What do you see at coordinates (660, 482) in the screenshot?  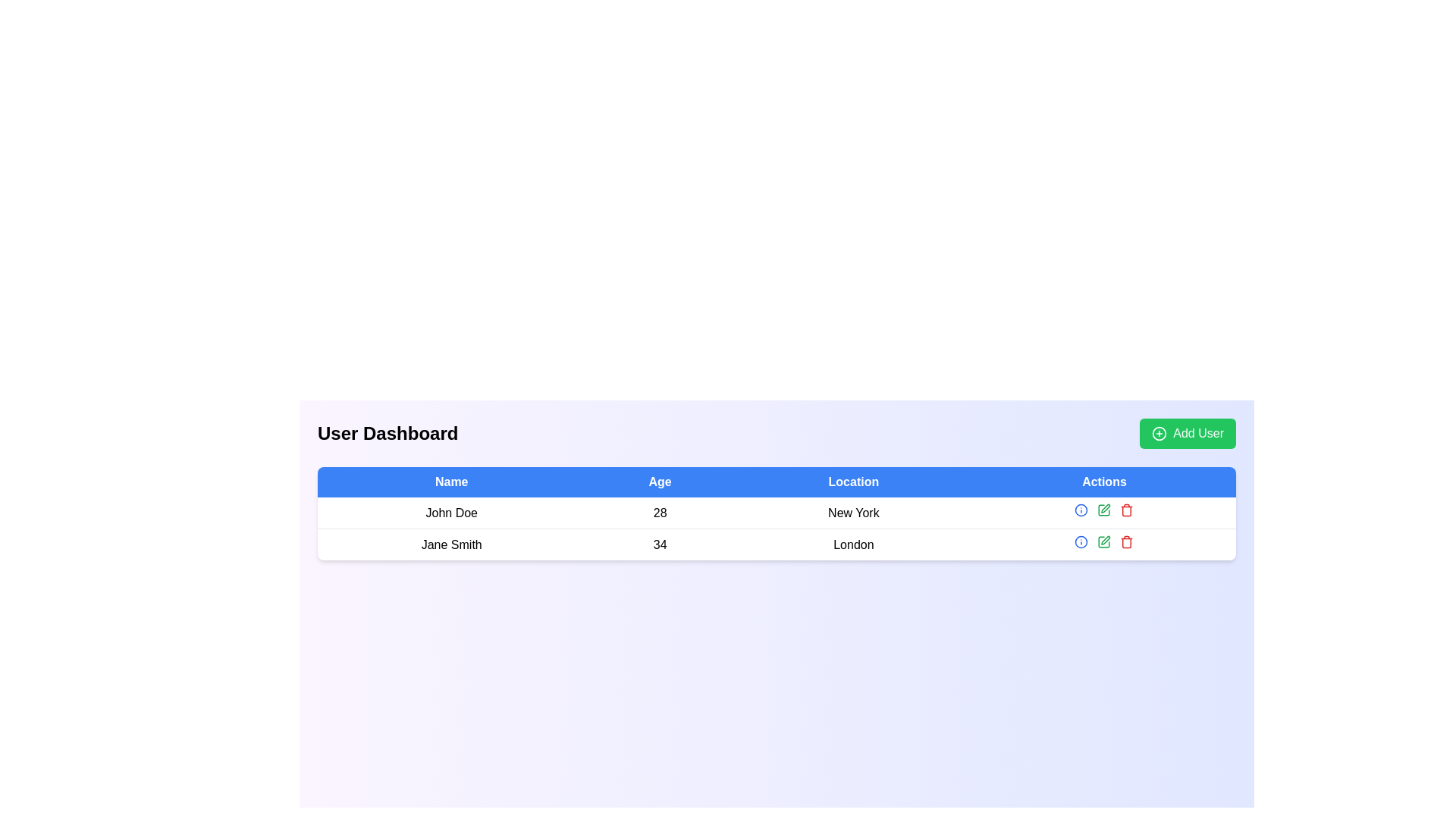 I see `the 'Age' text label header, which is the second column header in the table, styled with a centered white font on a blue background, to interact with it` at bounding box center [660, 482].